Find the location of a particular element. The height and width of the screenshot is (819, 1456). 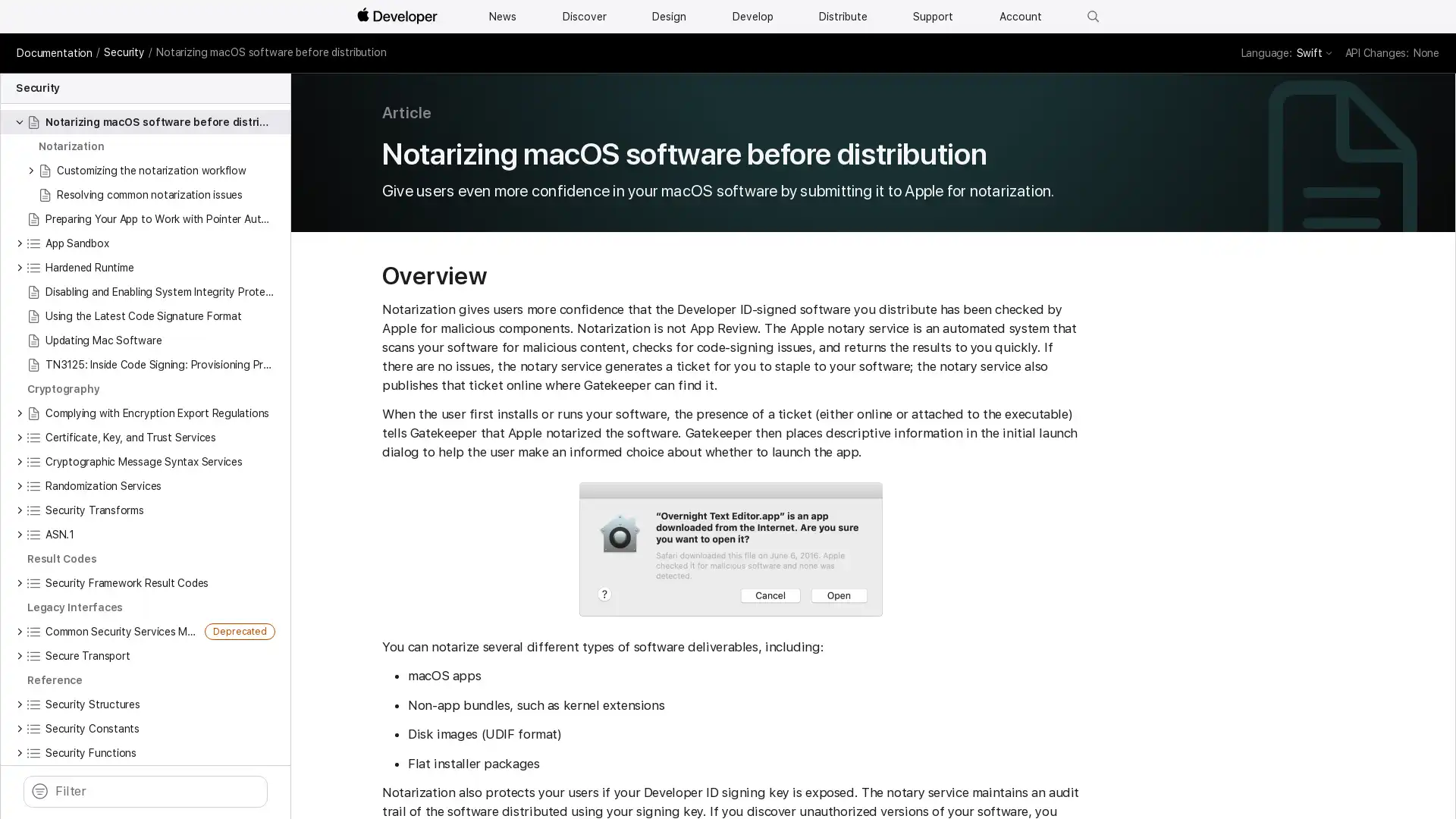

Security Functions is located at coordinates (17, 762).